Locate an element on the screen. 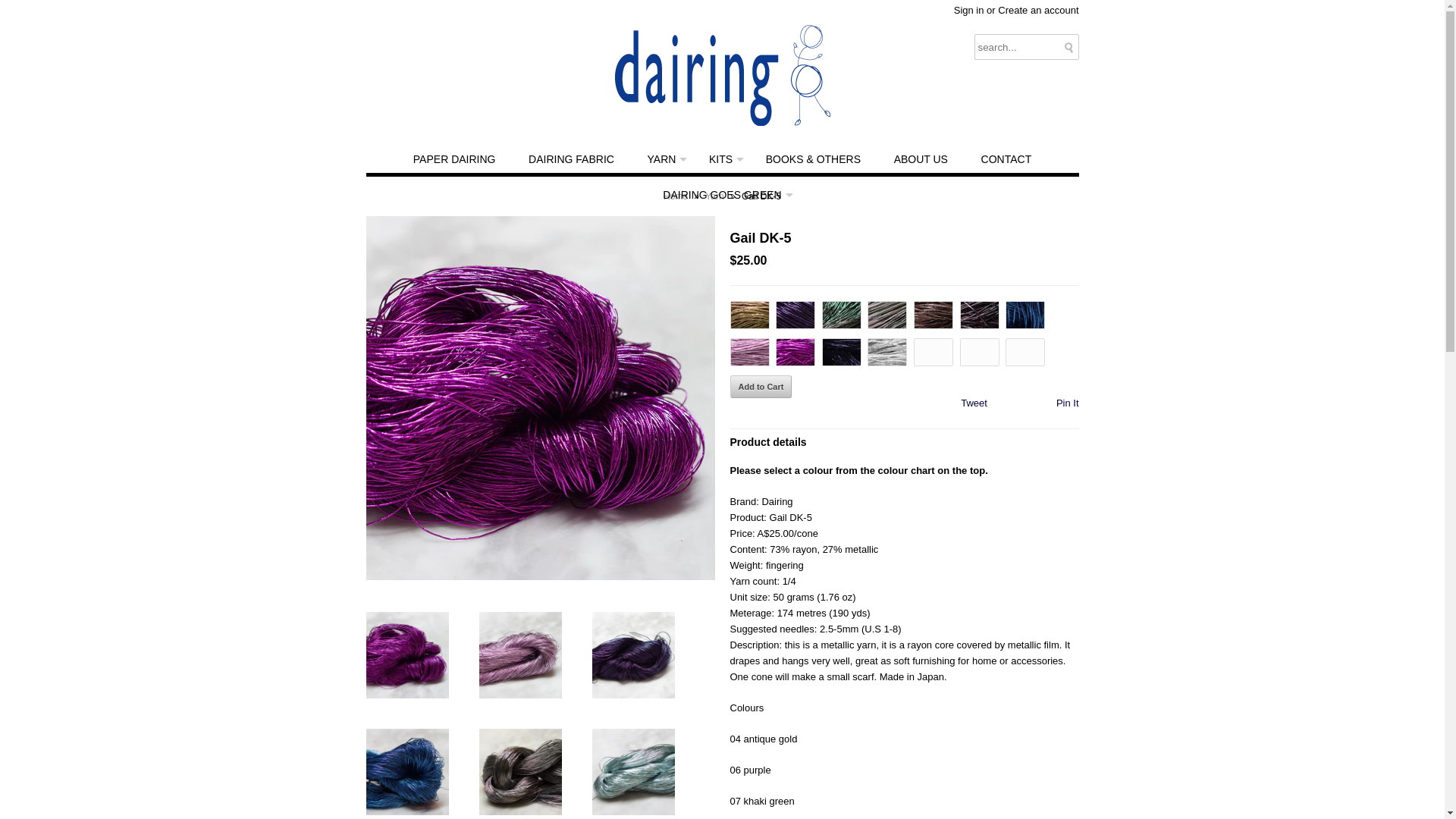 The image size is (1456, 819). 'Create an account' is located at coordinates (1037, 10).